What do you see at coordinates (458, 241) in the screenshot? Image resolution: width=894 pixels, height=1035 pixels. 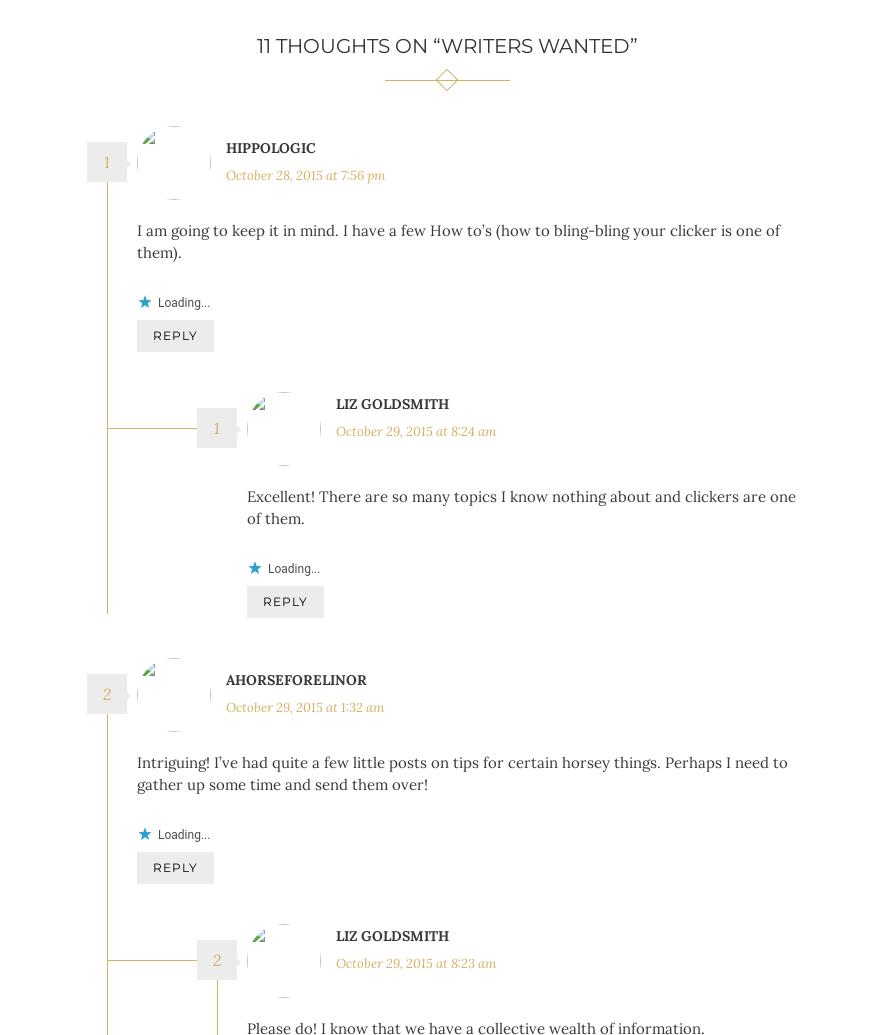 I see `'I am going to keep it in mind. I have a few How to’s (how to bling-bling your clicker is one of them).'` at bounding box center [458, 241].